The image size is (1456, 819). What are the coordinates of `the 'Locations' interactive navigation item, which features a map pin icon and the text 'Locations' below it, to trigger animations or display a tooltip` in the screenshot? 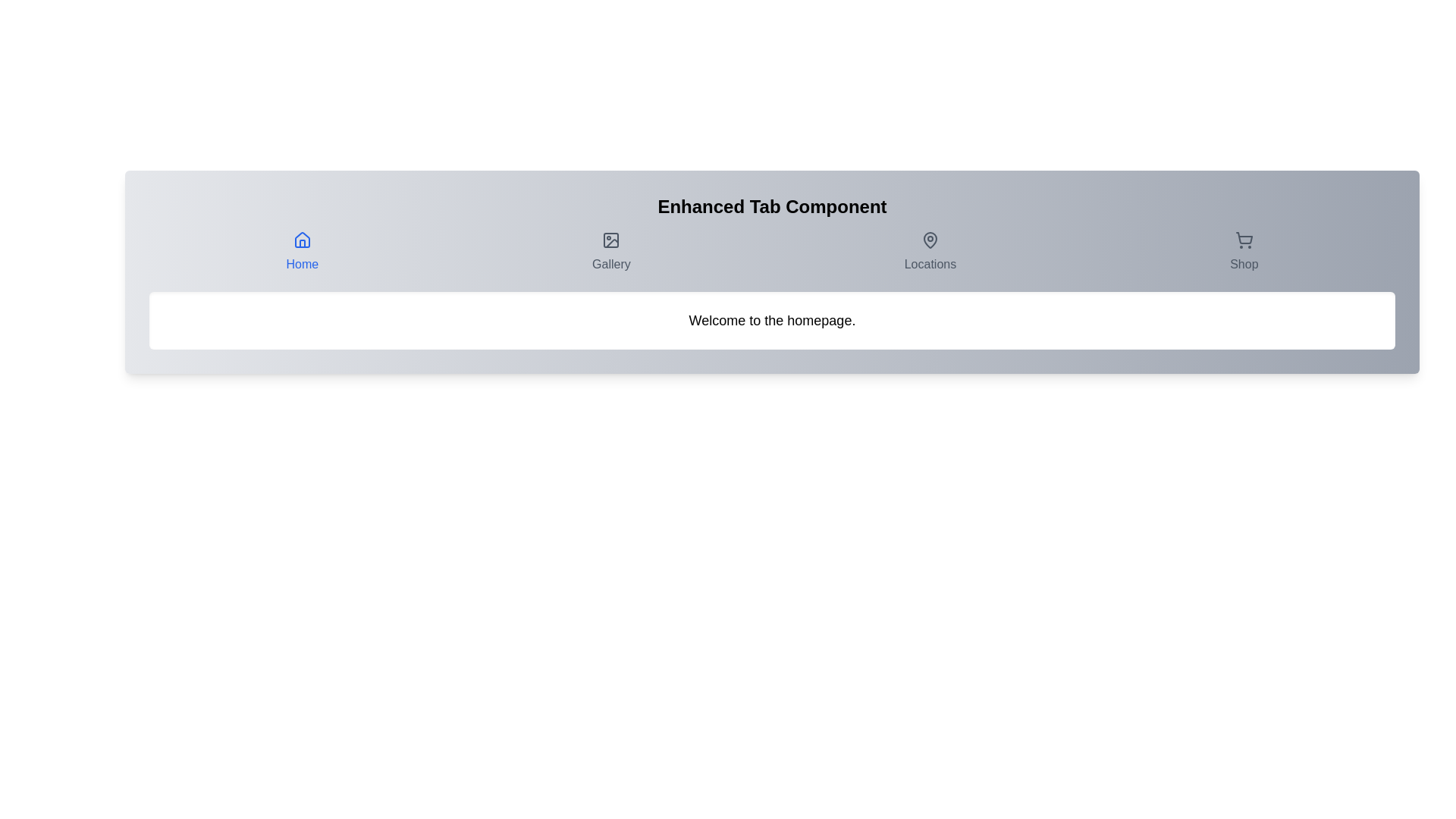 It's located at (929, 251).